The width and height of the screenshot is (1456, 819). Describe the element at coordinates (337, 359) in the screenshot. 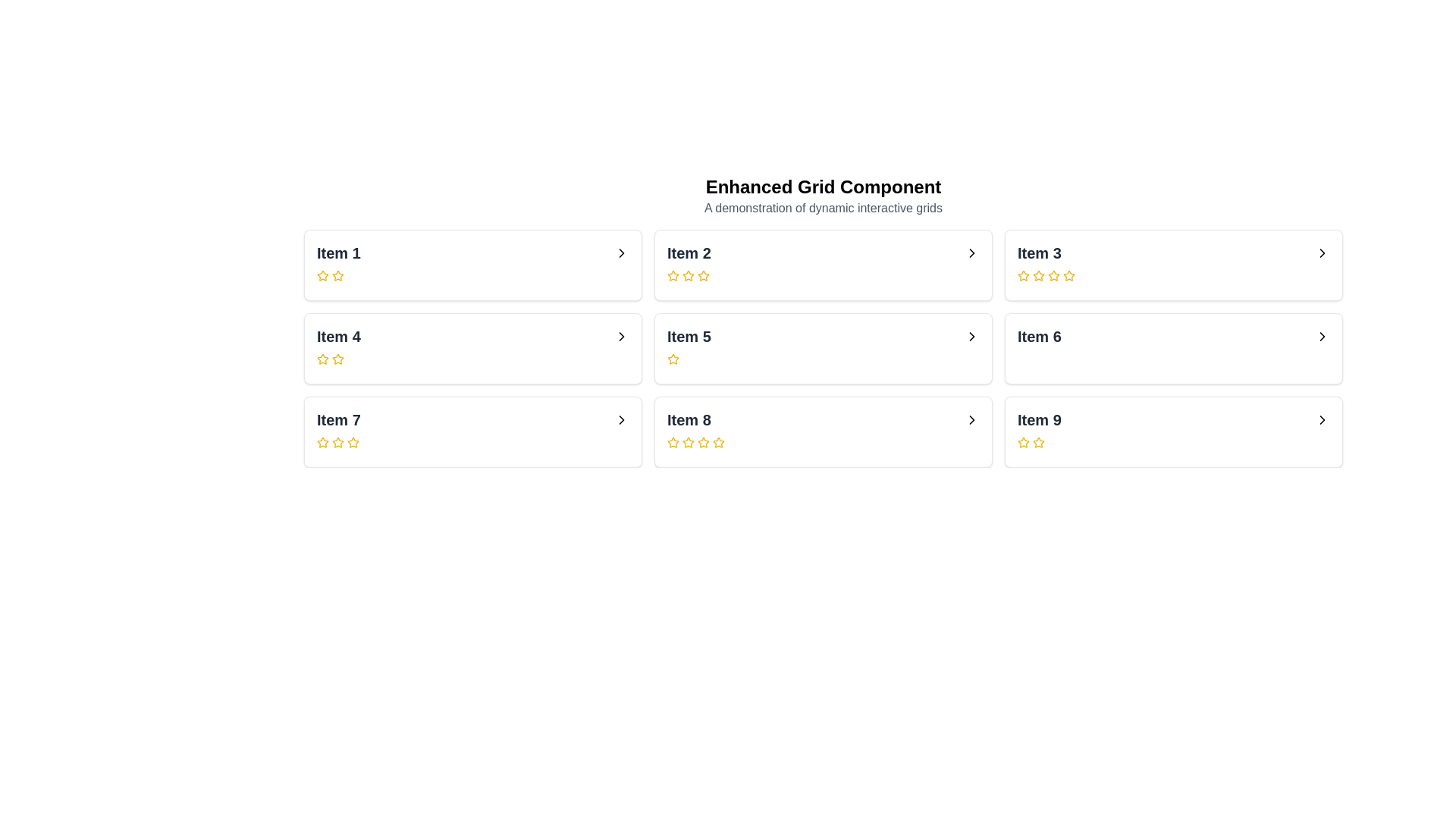

I see `the yellow star icon in the third position of the rating row for 'Item 4'` at that location.